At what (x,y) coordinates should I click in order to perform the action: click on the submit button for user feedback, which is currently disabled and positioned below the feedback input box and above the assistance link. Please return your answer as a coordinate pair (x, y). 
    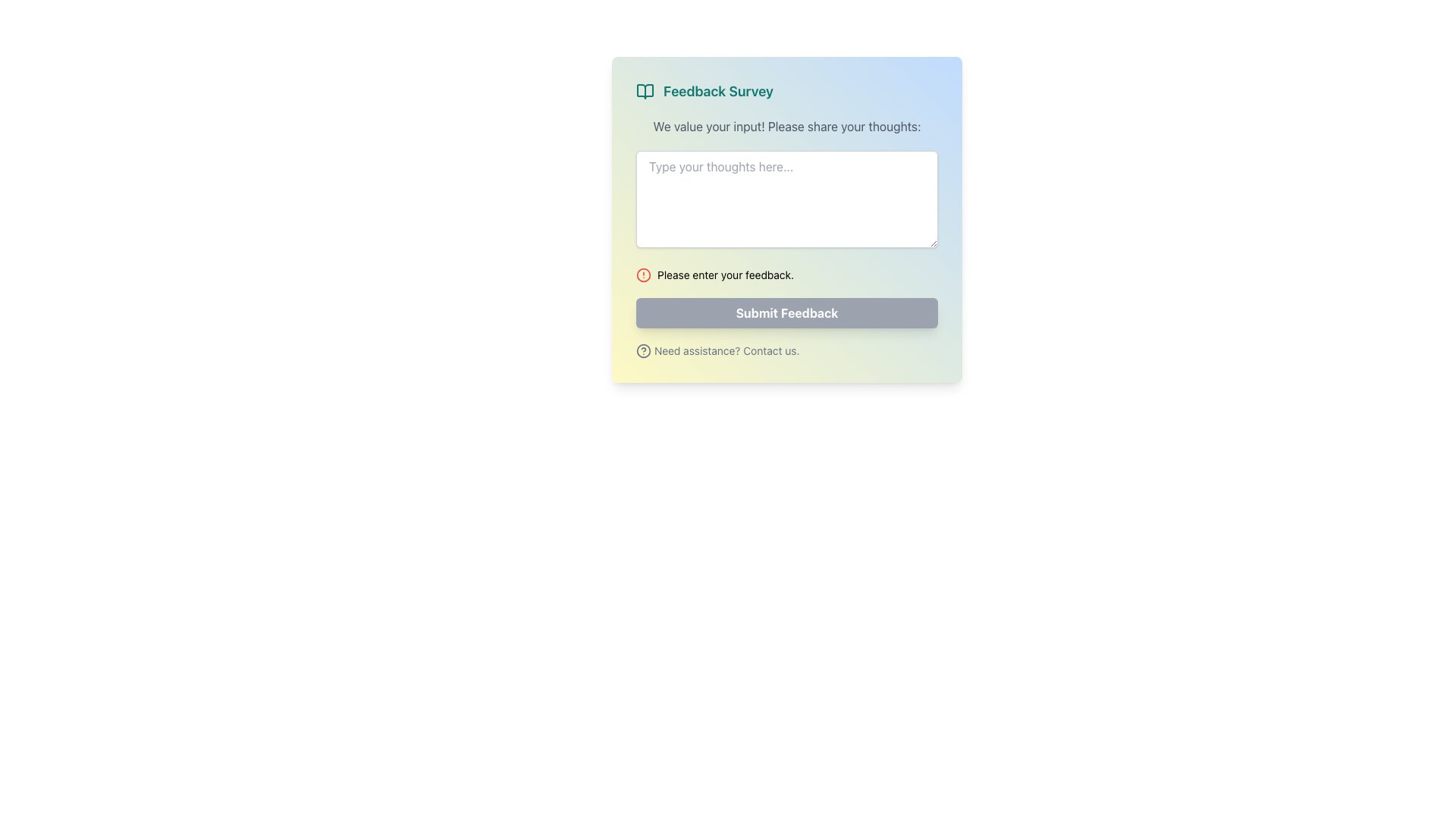
    Looking at the image, I should click on (786, 312).